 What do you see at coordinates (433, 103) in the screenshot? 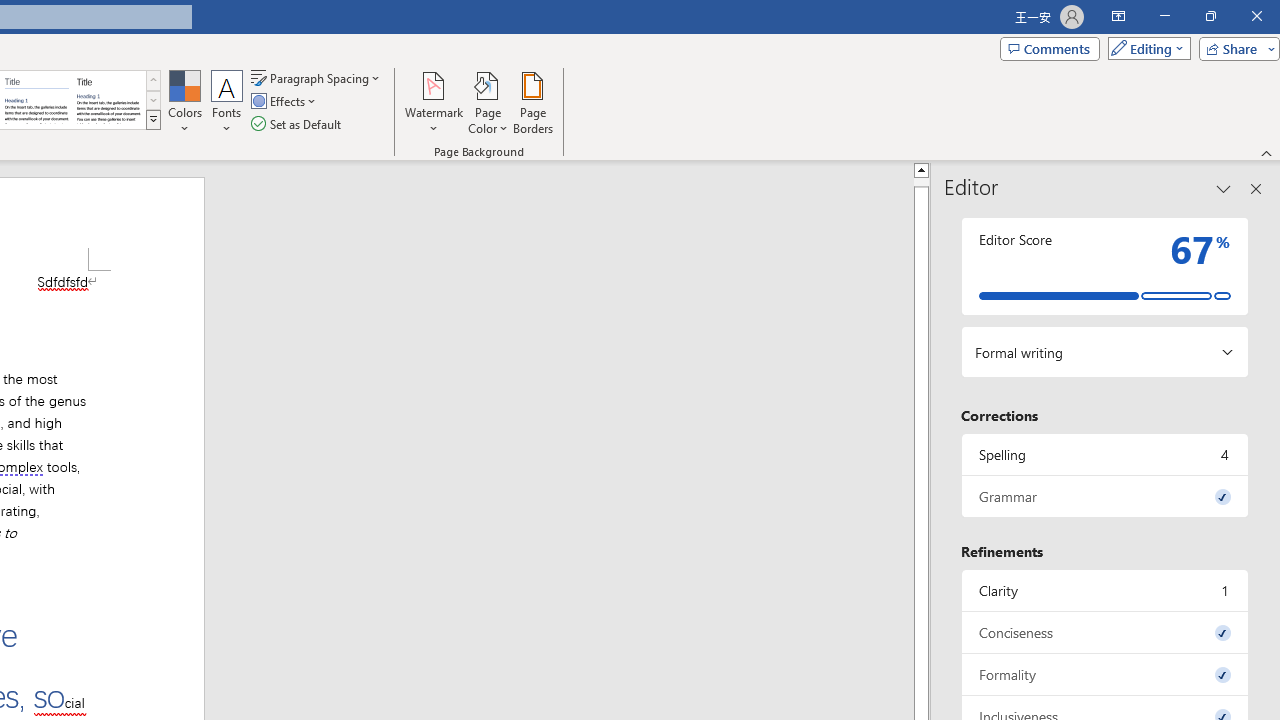
I see `'Watermark'` at bounding box center [433, 103].